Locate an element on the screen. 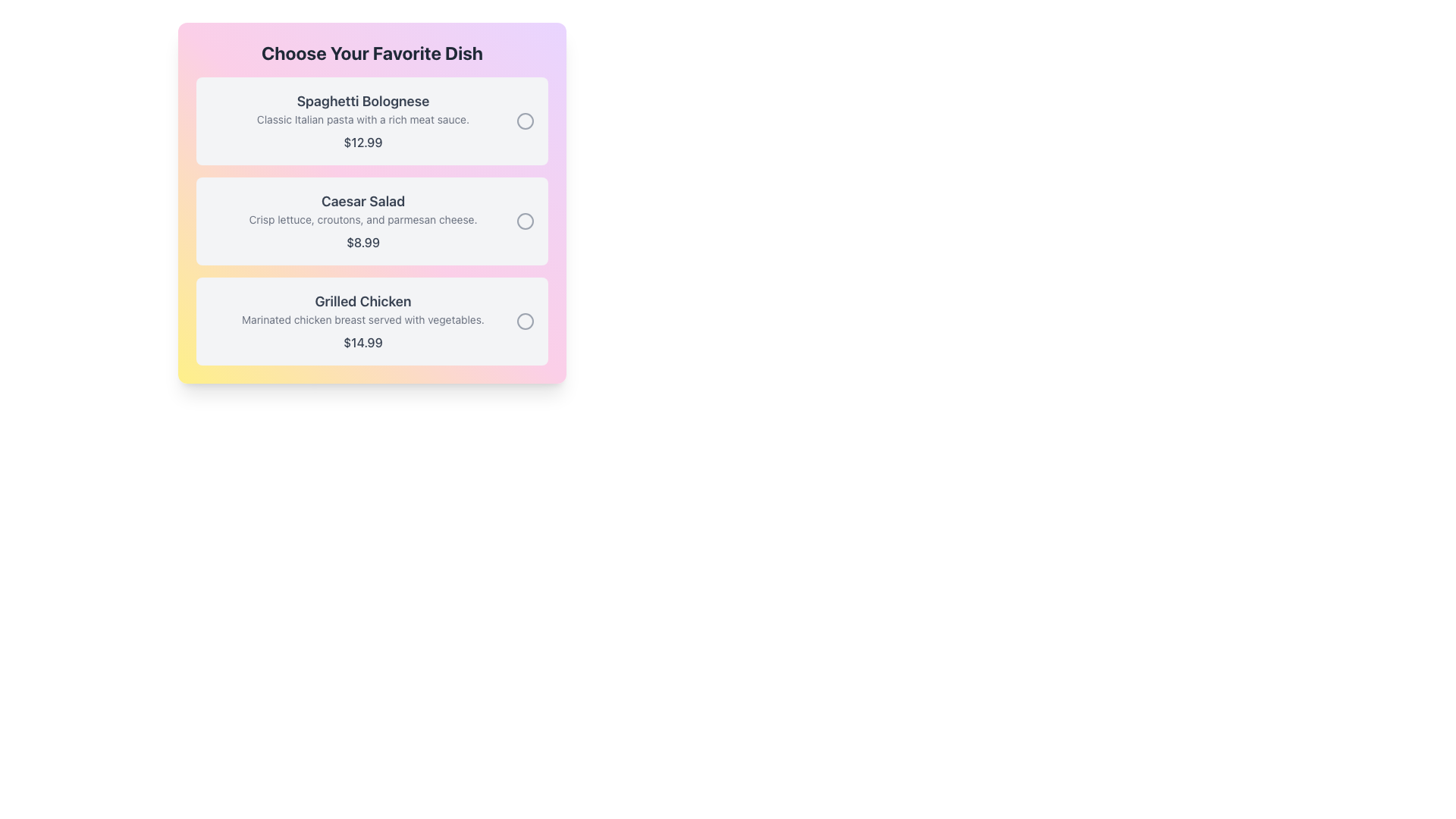 This screenshot has height=819, width=1456. the radio button for the 'Caesar Salad' option is located at coordinates (525, 221).